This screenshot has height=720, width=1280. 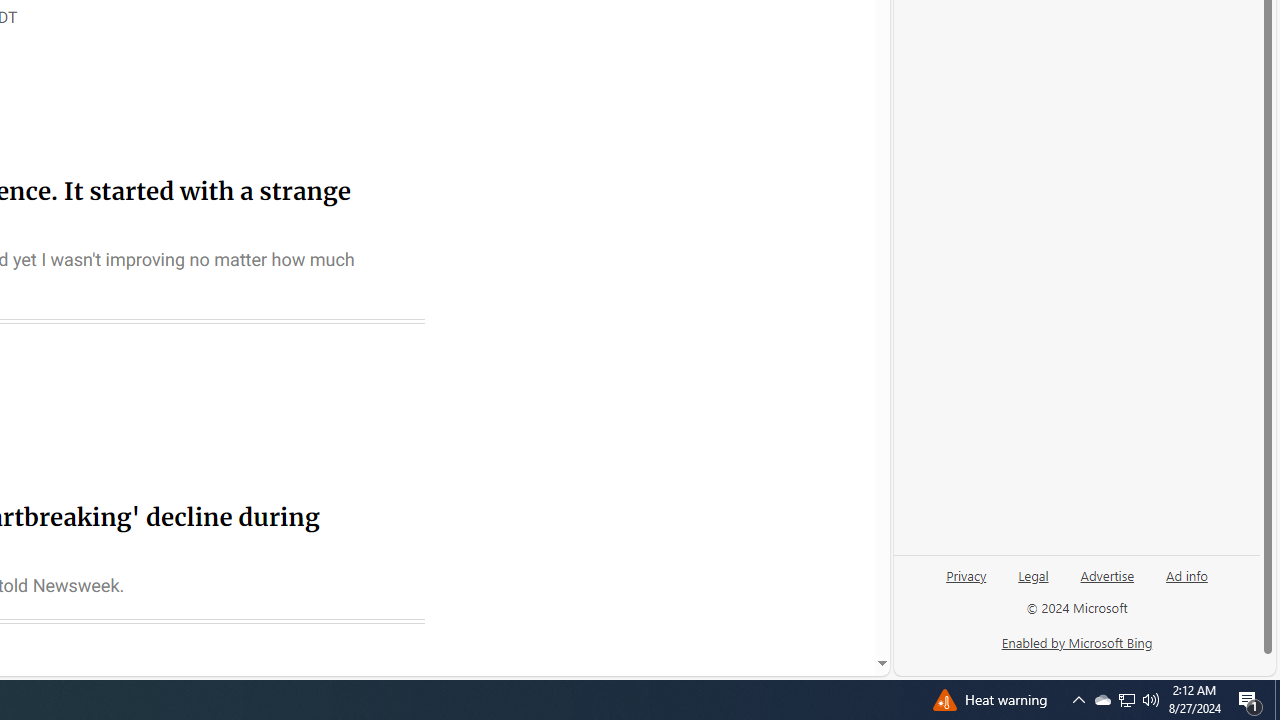 I want to click on 'Ad info', so click(x=1187, y=574).